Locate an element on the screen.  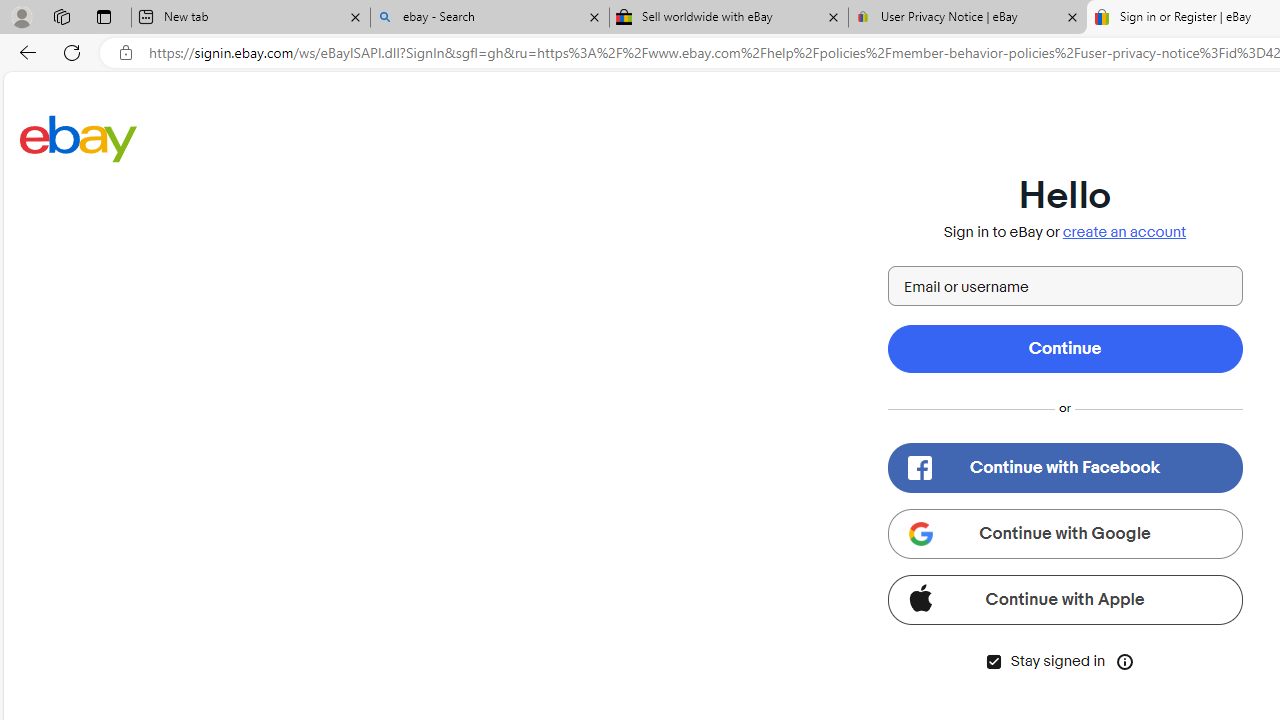
'Continue with Google' is located at coordinates (1063, 532).